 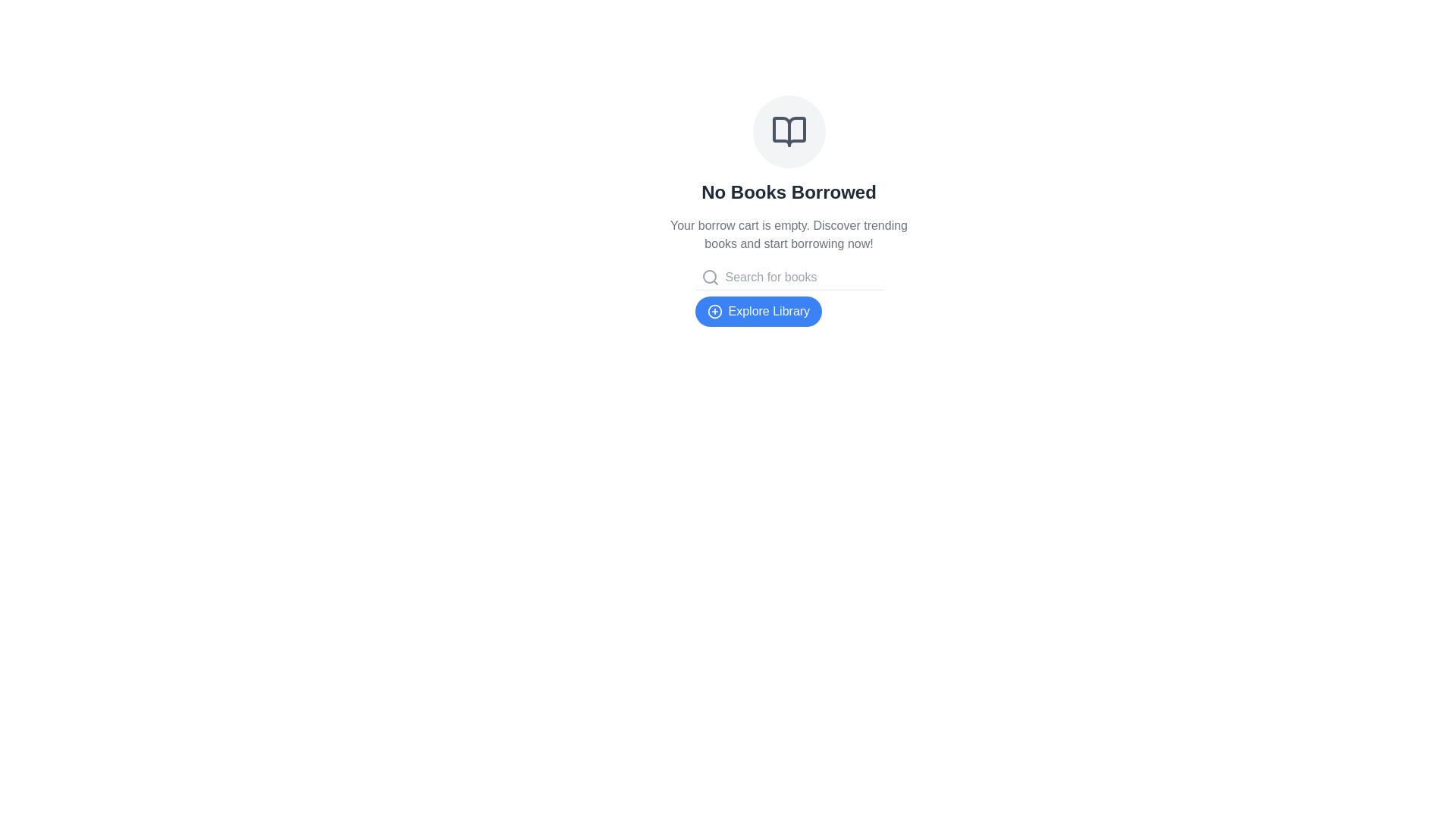 I want to click on the icon positioned at the center-left of the 'Explore Library' button, so click(x=714, y=311).